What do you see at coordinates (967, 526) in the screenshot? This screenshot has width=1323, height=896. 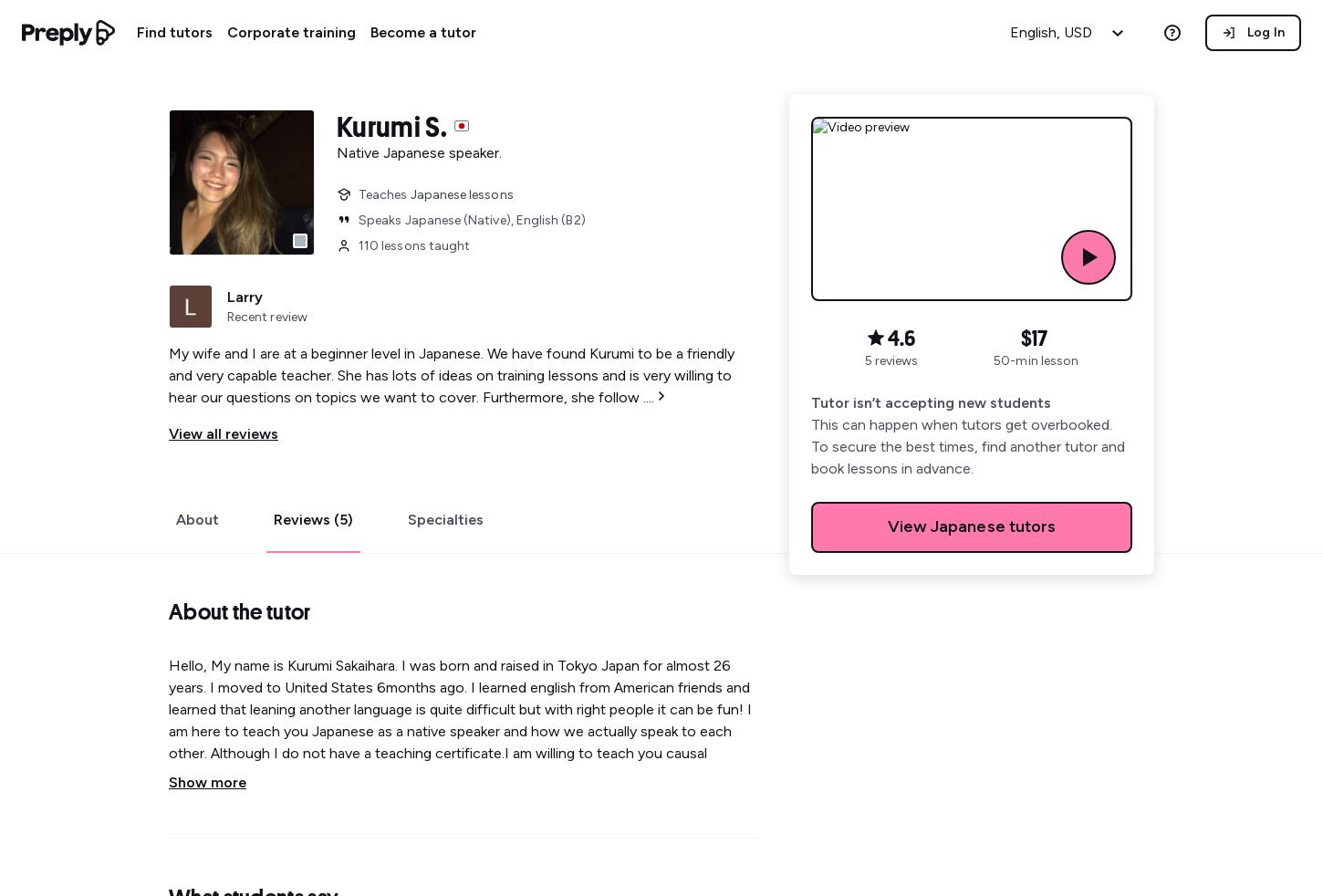 I see `'Japanese'` at bounding box center [967, 526].